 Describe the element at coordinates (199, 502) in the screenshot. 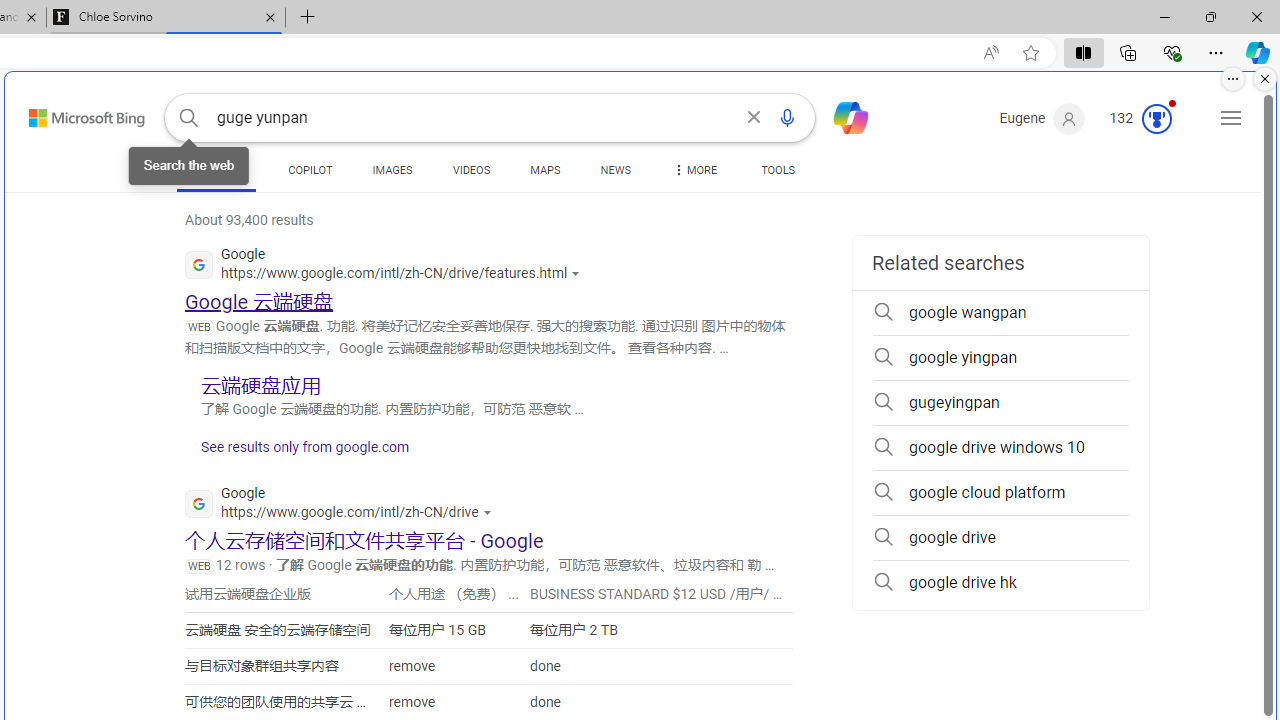

I see `'Global web icon'` at that location.